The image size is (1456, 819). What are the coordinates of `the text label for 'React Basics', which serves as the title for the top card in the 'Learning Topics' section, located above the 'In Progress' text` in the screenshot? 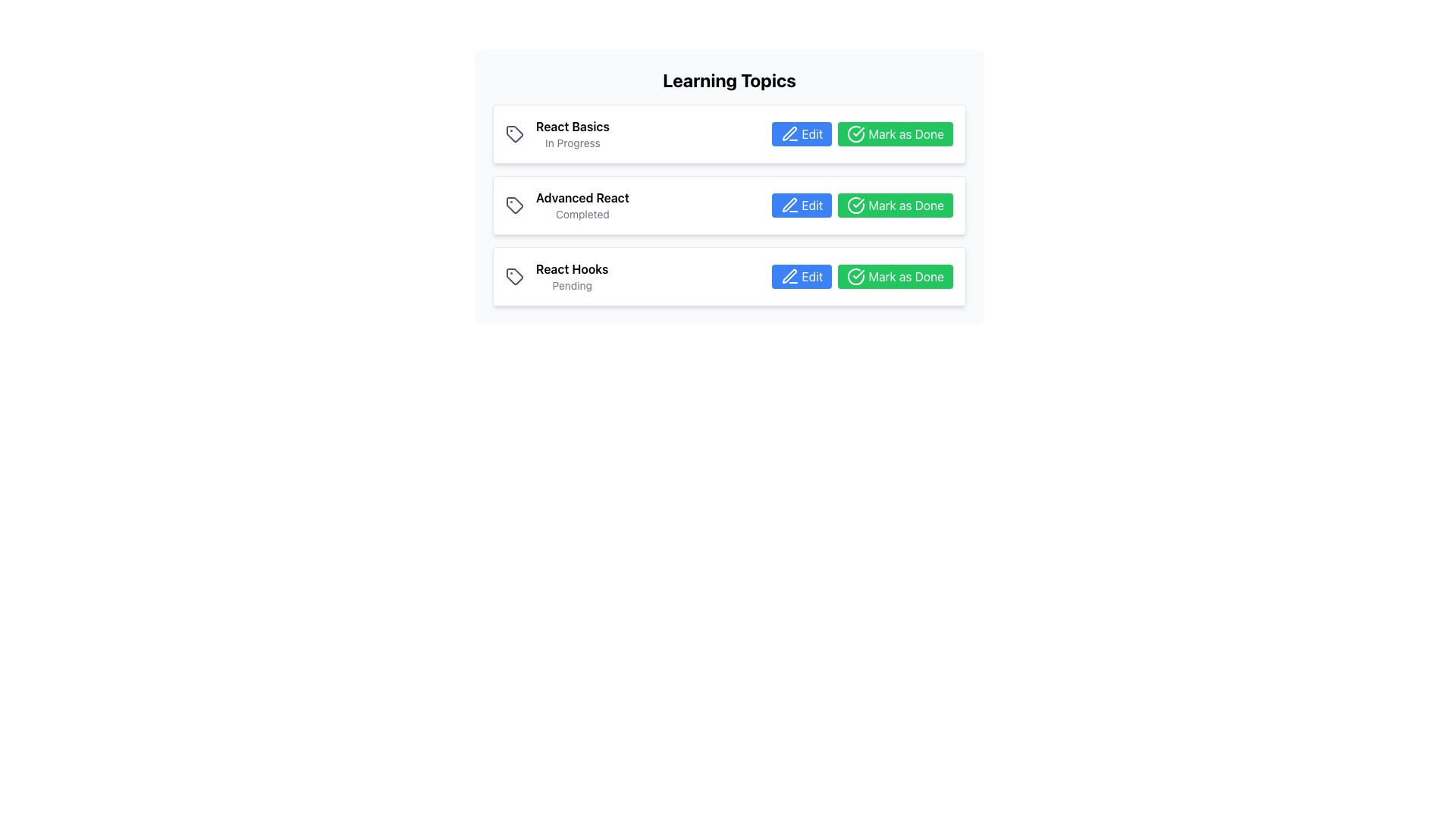 It's located at (572, 125).